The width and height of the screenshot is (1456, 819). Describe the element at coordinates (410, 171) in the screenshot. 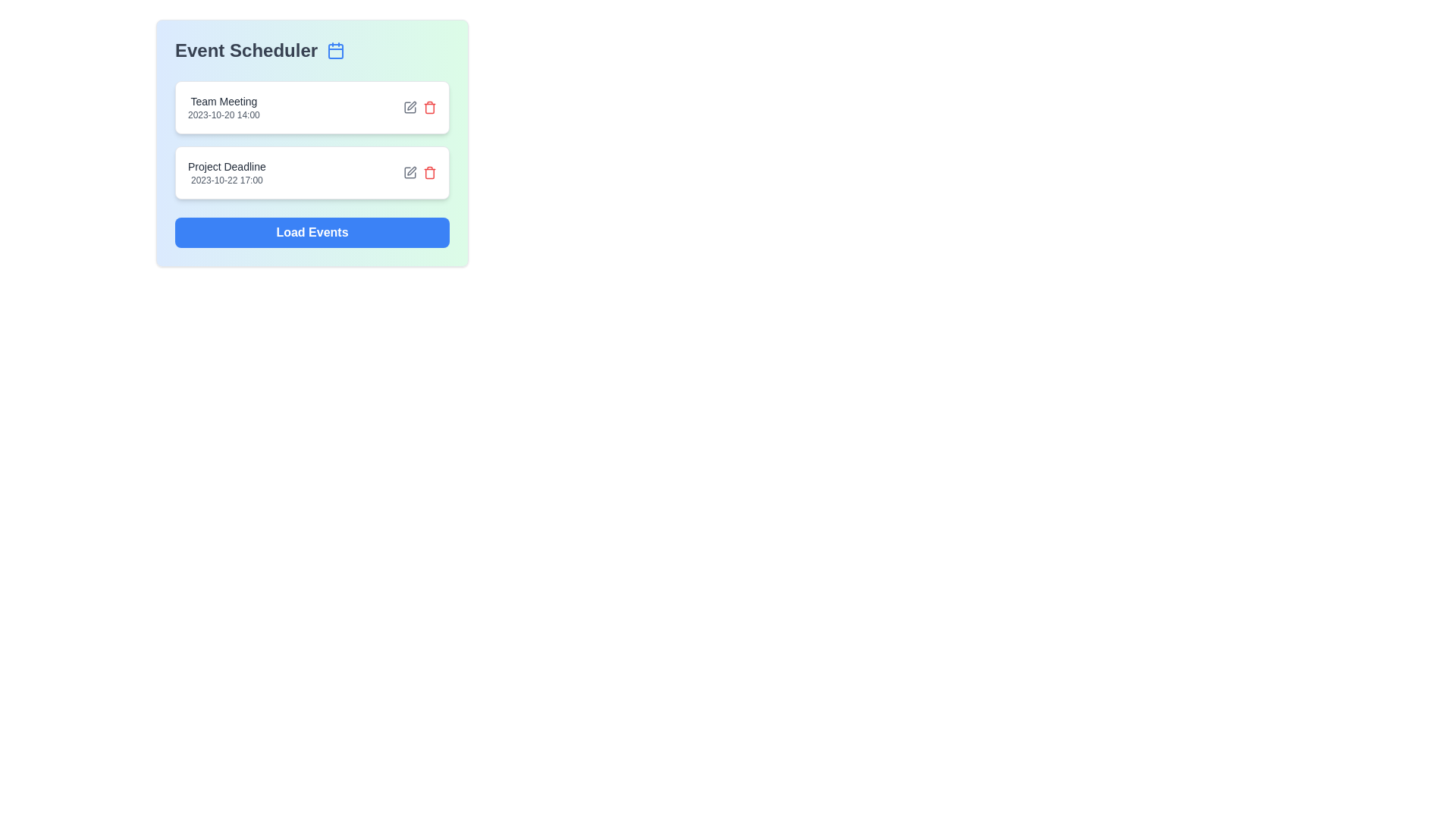

I see `the pencil icon located to the left of the trash bin icon in the 'Project Deadline' section to initiate editing the event` at that location.